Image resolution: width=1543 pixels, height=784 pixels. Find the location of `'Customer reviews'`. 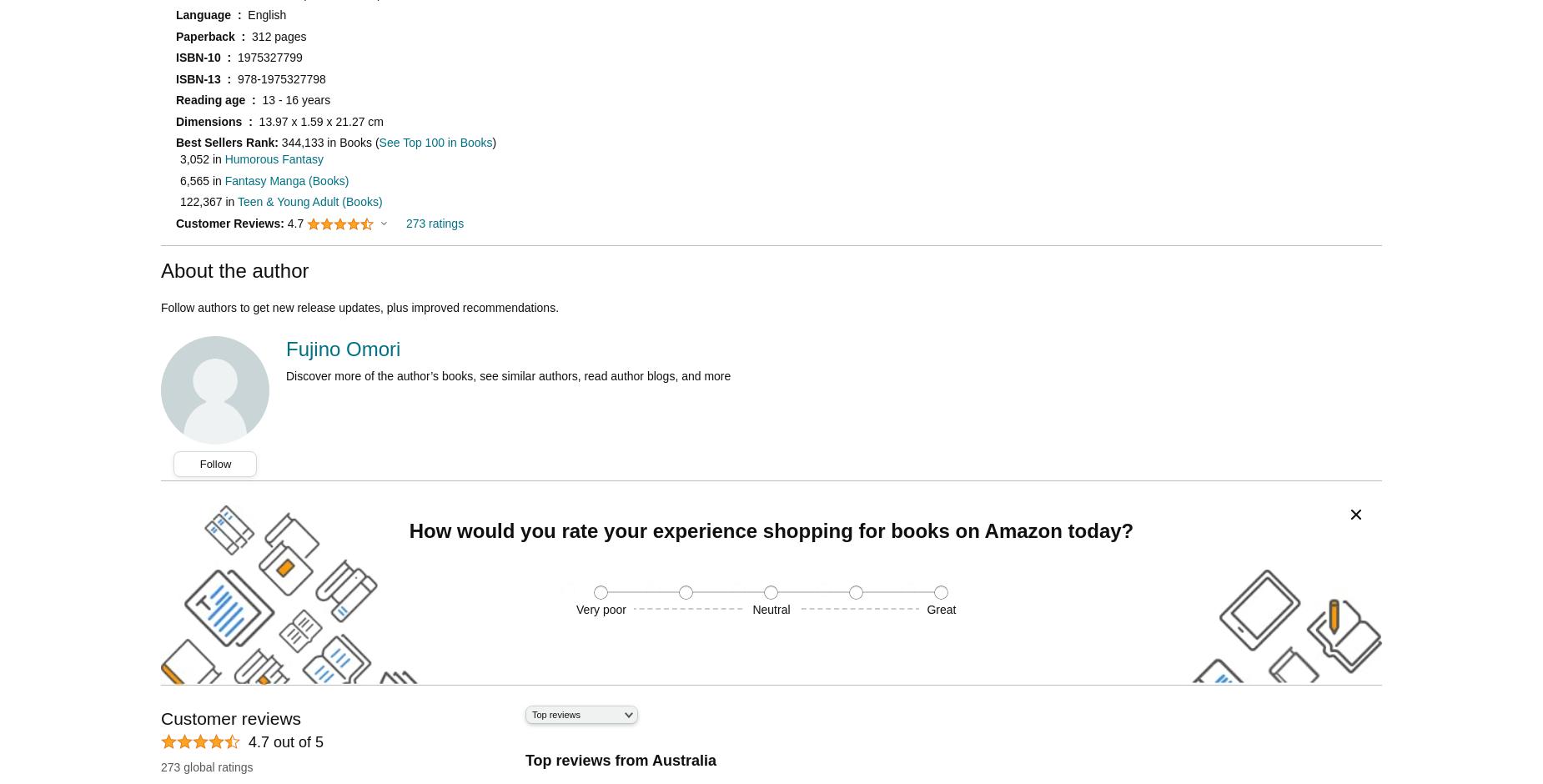

'Customer reviews' is located at coordinates (229, 716).